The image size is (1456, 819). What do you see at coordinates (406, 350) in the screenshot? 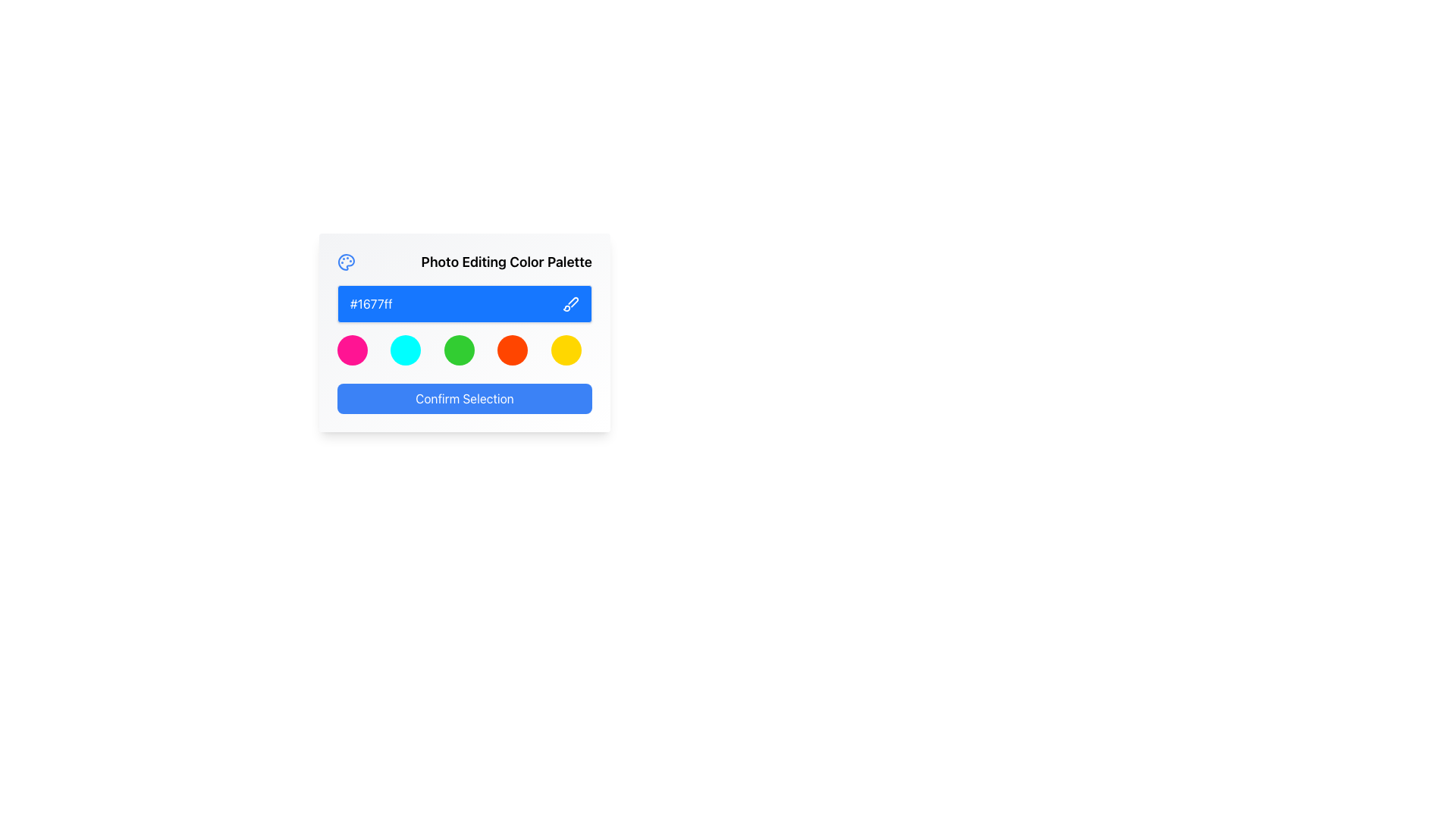
I see `the circular button with a cyan background` at bounding box center [406, 350].